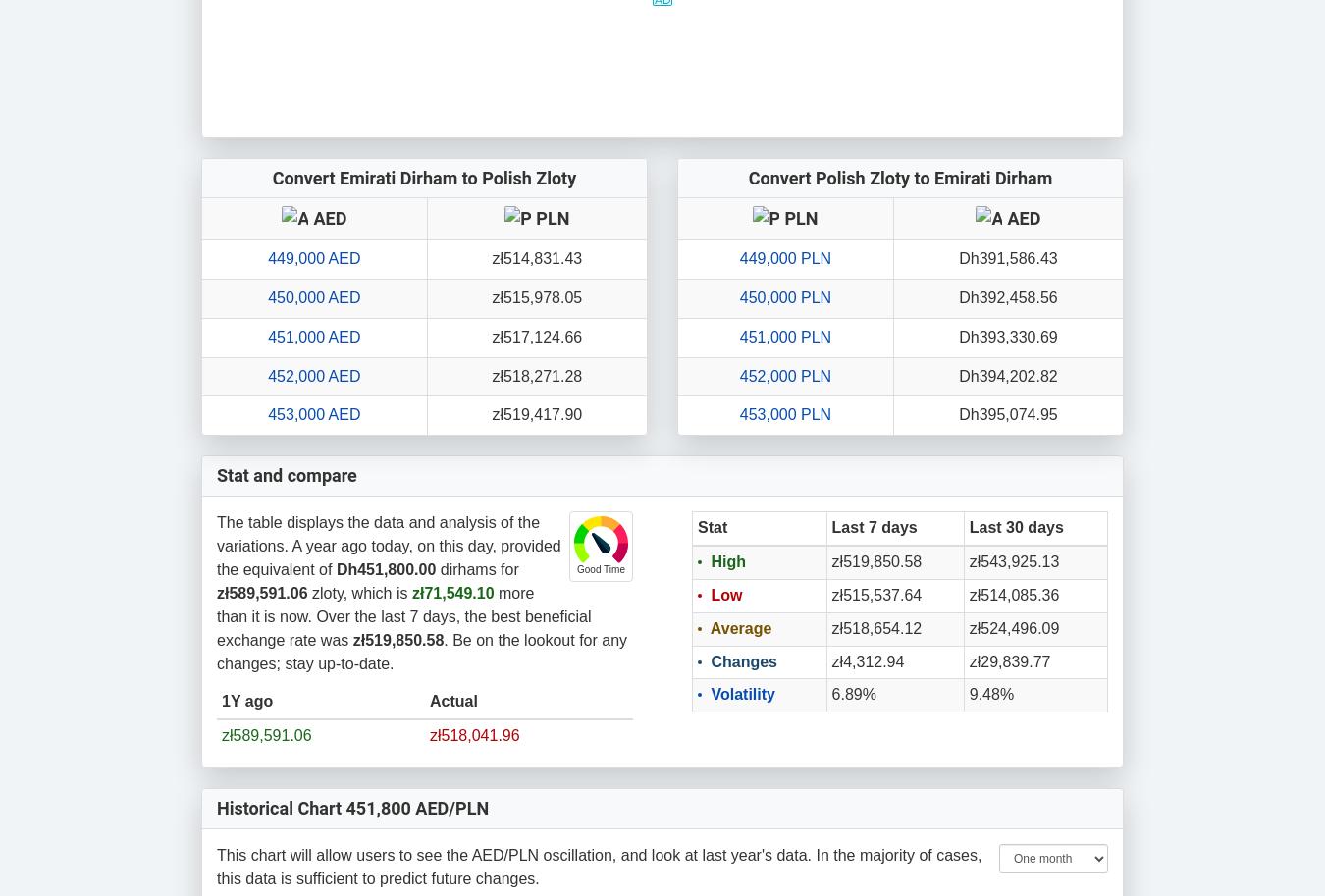 The height and width of the screenshot is (896, 1325). I want to click on 'zł514,085.36', so click(1014, 594).